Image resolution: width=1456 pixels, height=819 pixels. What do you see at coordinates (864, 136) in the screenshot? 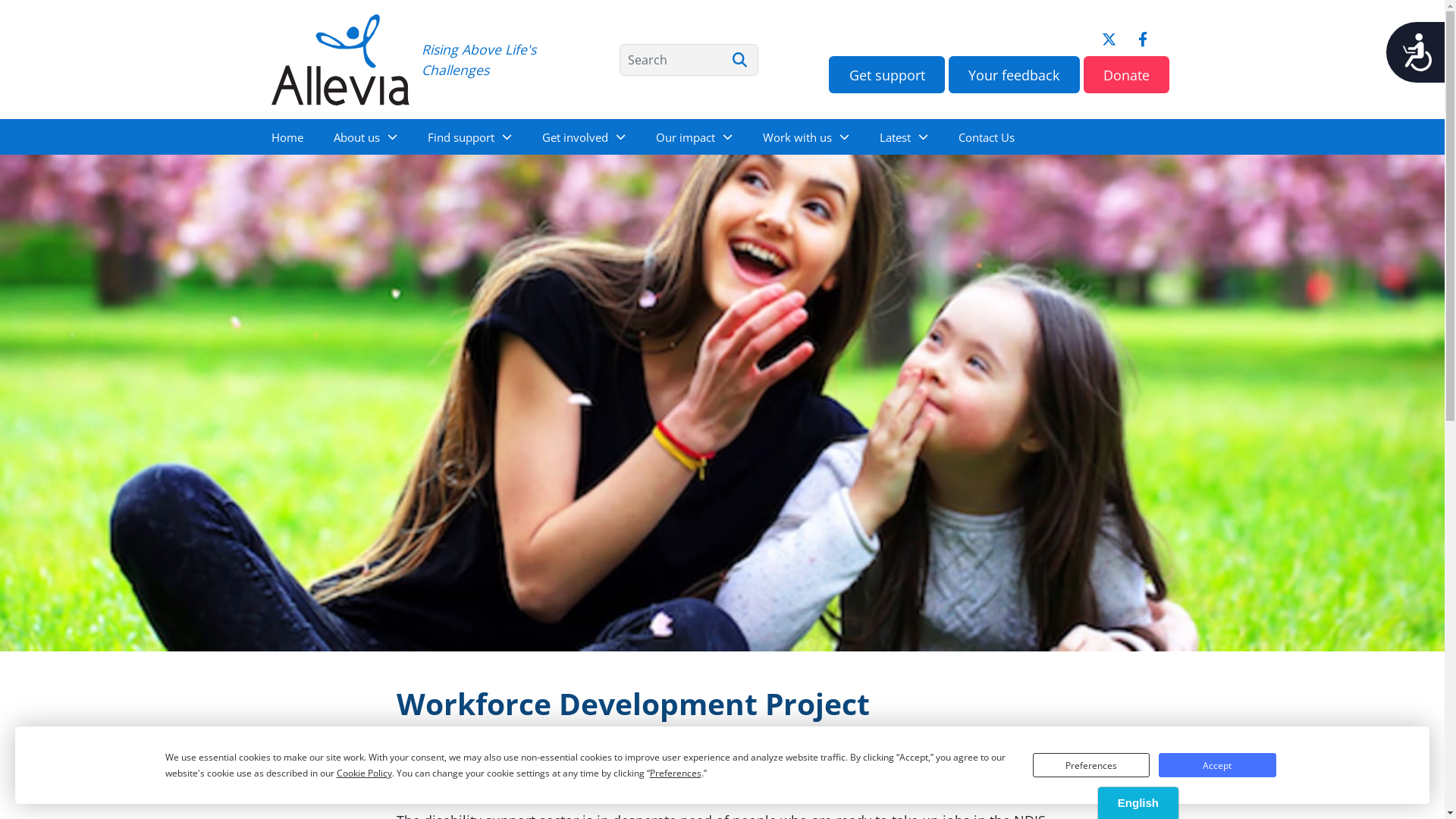
I see `'Latest'` at bounding box center [864, 136].